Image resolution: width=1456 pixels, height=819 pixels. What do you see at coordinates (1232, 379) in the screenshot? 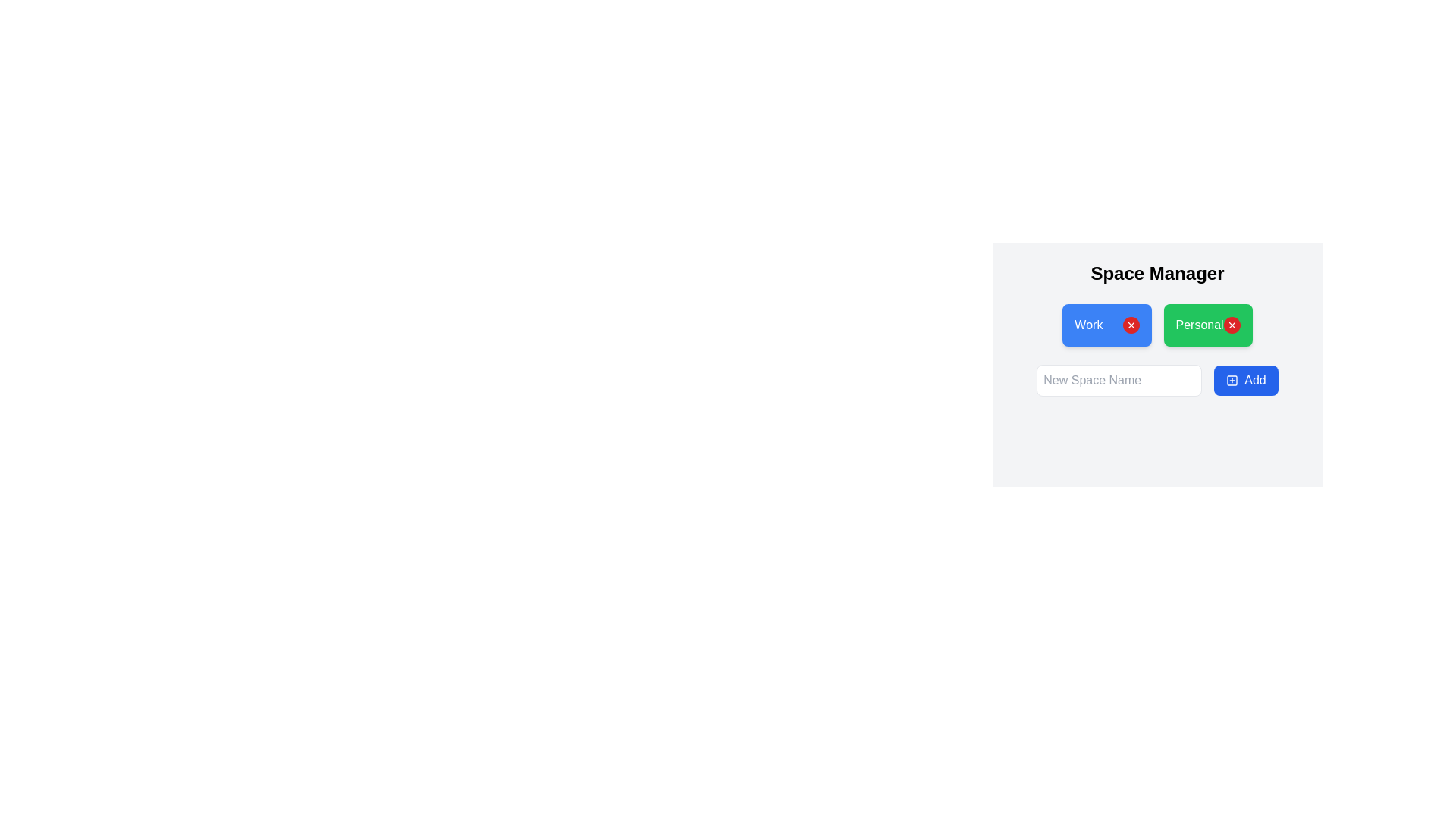
I see `the small square-shaped SVG component with rounded corners located near the 'Add' button` at bounding box center [1232, 379].